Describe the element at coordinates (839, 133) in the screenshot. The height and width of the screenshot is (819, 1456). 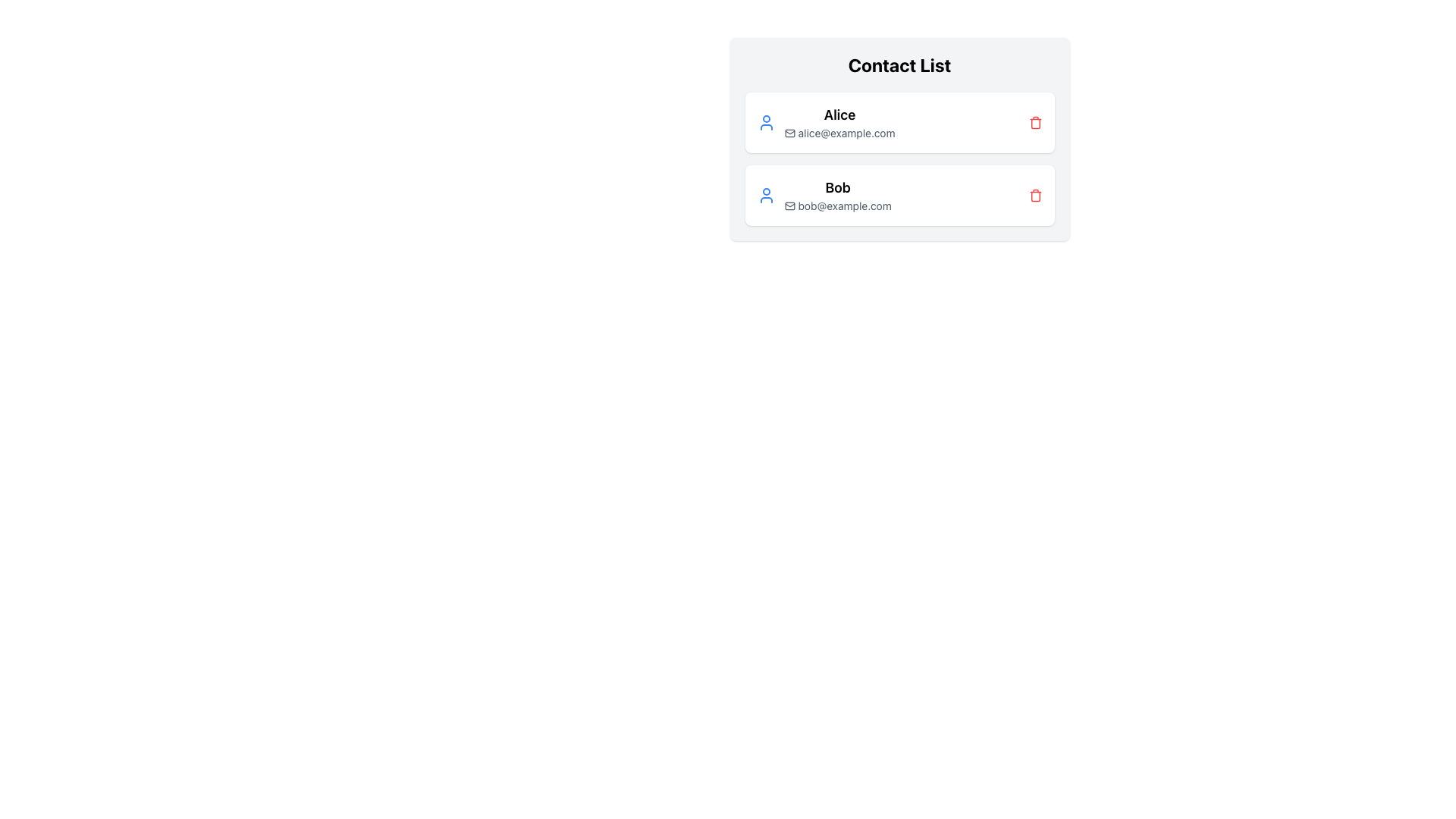
I see `the text displaying the email address 'alice@example.com', which is styled in a small gray font and located next to a mail icon, situated directly below the label 'Alice' in the first card of the contact list interface` at that location.